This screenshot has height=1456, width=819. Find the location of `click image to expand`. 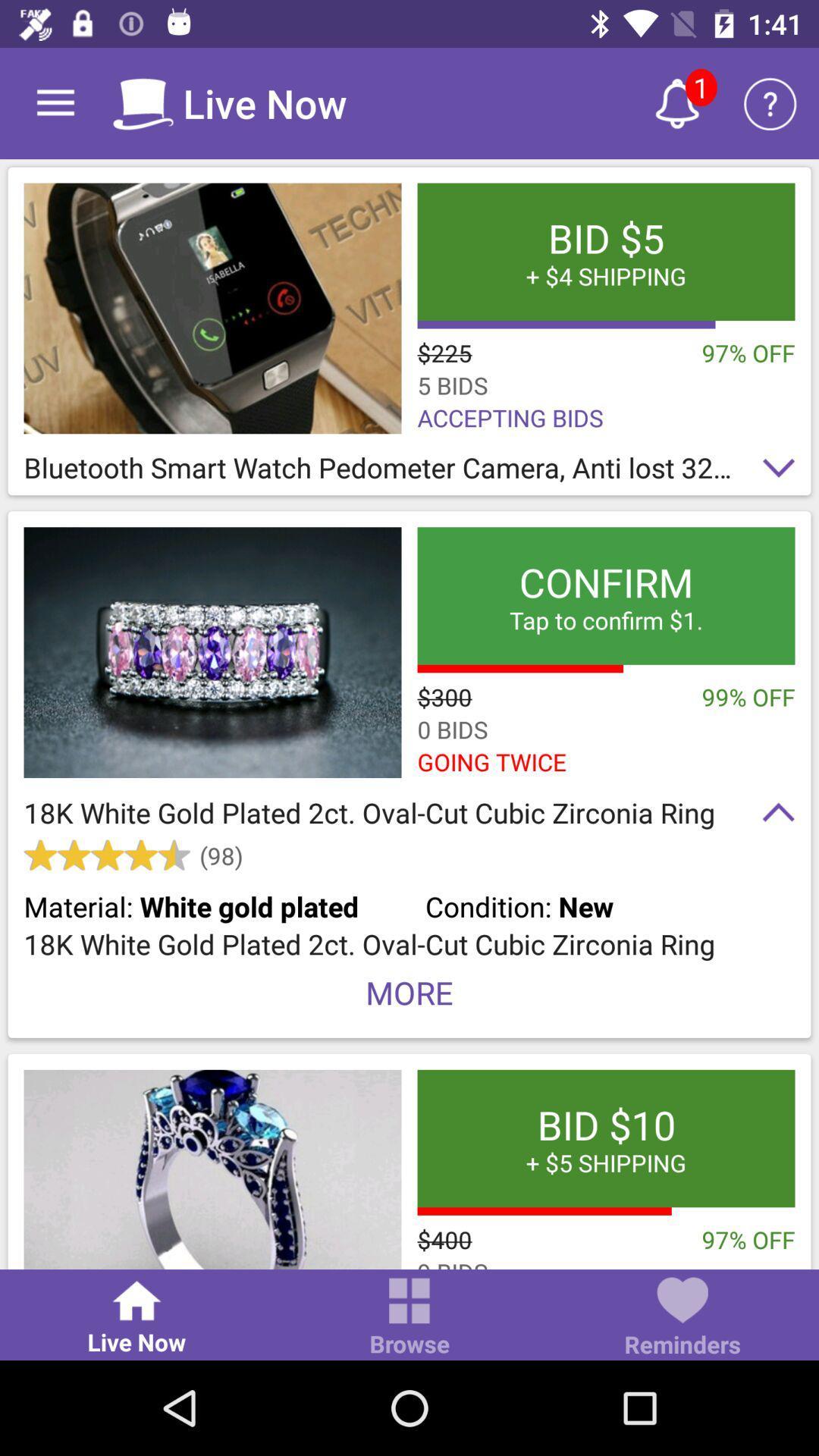

click image to expand is located at coordinates (212, 307).